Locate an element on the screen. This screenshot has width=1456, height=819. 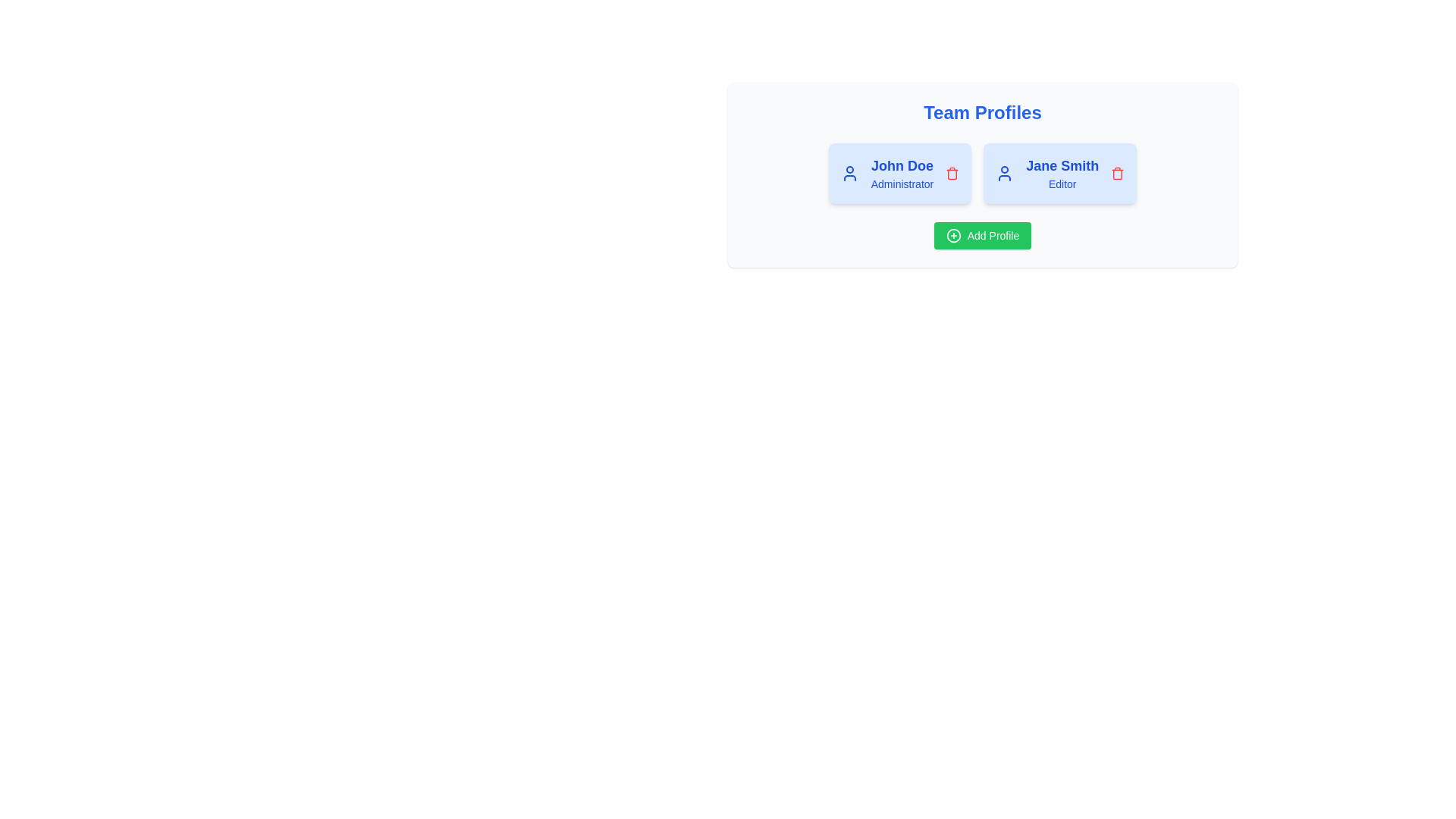
the trash icon next to the profile Jane Smith to remove it is located at coordinates (1118, 172).